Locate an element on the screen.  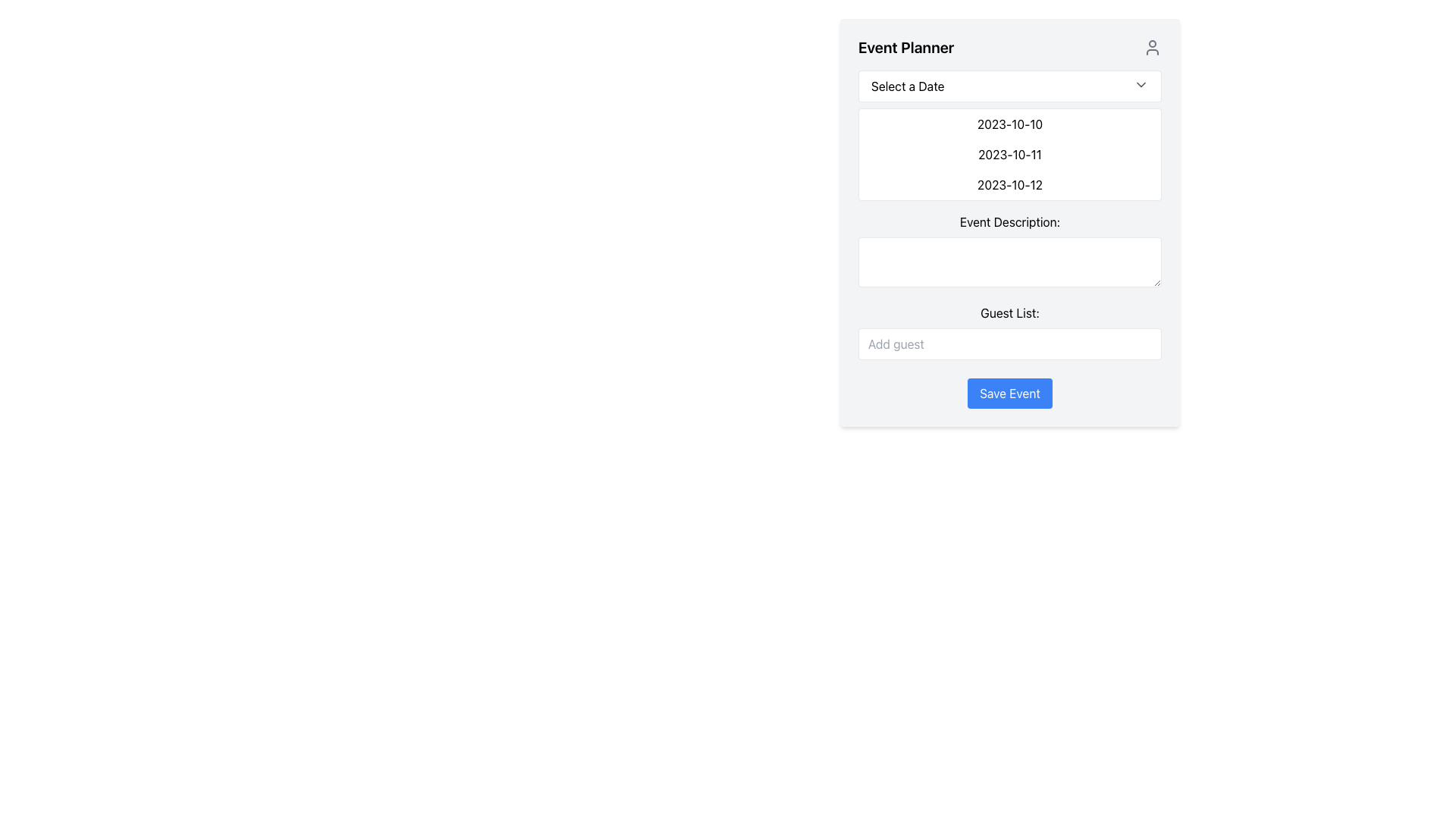
the clickable text item displaying the date '2023-10-12' is located at coordinates (1009, 184).